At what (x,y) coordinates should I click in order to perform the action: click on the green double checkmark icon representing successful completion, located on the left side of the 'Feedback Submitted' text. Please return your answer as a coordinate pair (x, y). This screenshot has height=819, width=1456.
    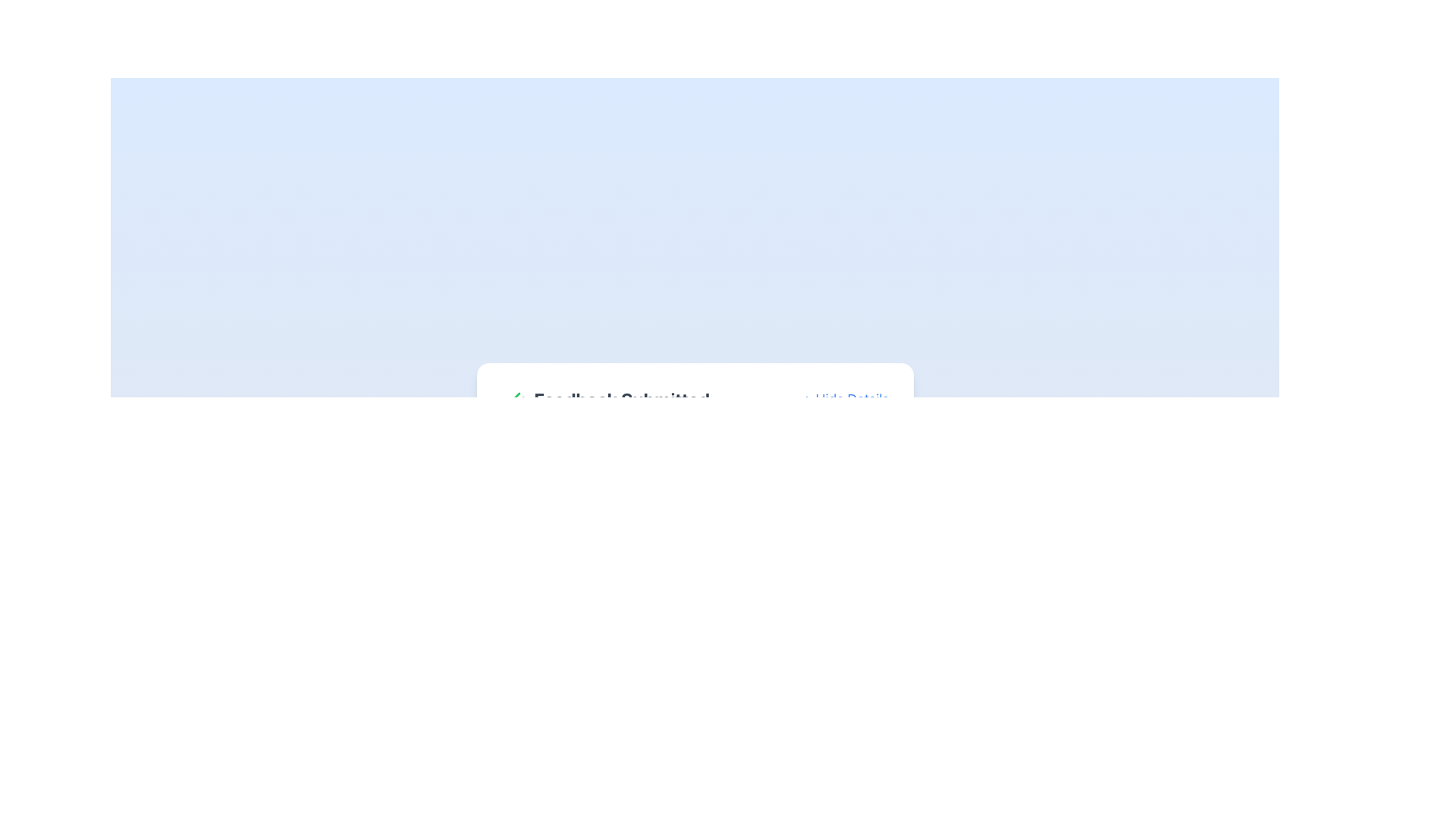
    Looking at the image, I should click on (513, 398).